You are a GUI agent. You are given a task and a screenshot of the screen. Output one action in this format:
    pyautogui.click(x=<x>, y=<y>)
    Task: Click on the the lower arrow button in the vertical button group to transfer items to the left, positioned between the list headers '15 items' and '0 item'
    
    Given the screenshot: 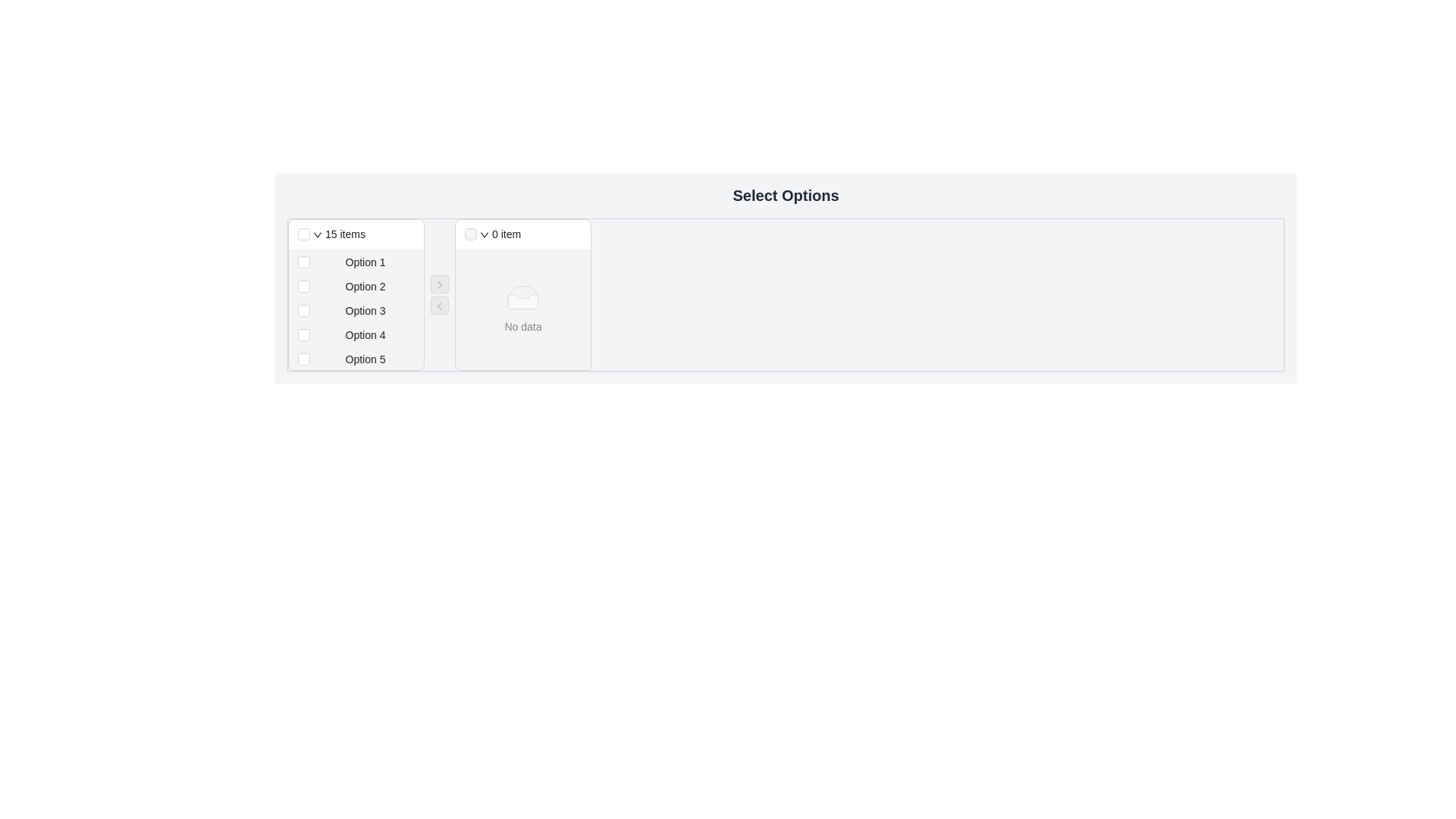 What is the action you would take?
    pyautogui.click(x=439, y=295)
    